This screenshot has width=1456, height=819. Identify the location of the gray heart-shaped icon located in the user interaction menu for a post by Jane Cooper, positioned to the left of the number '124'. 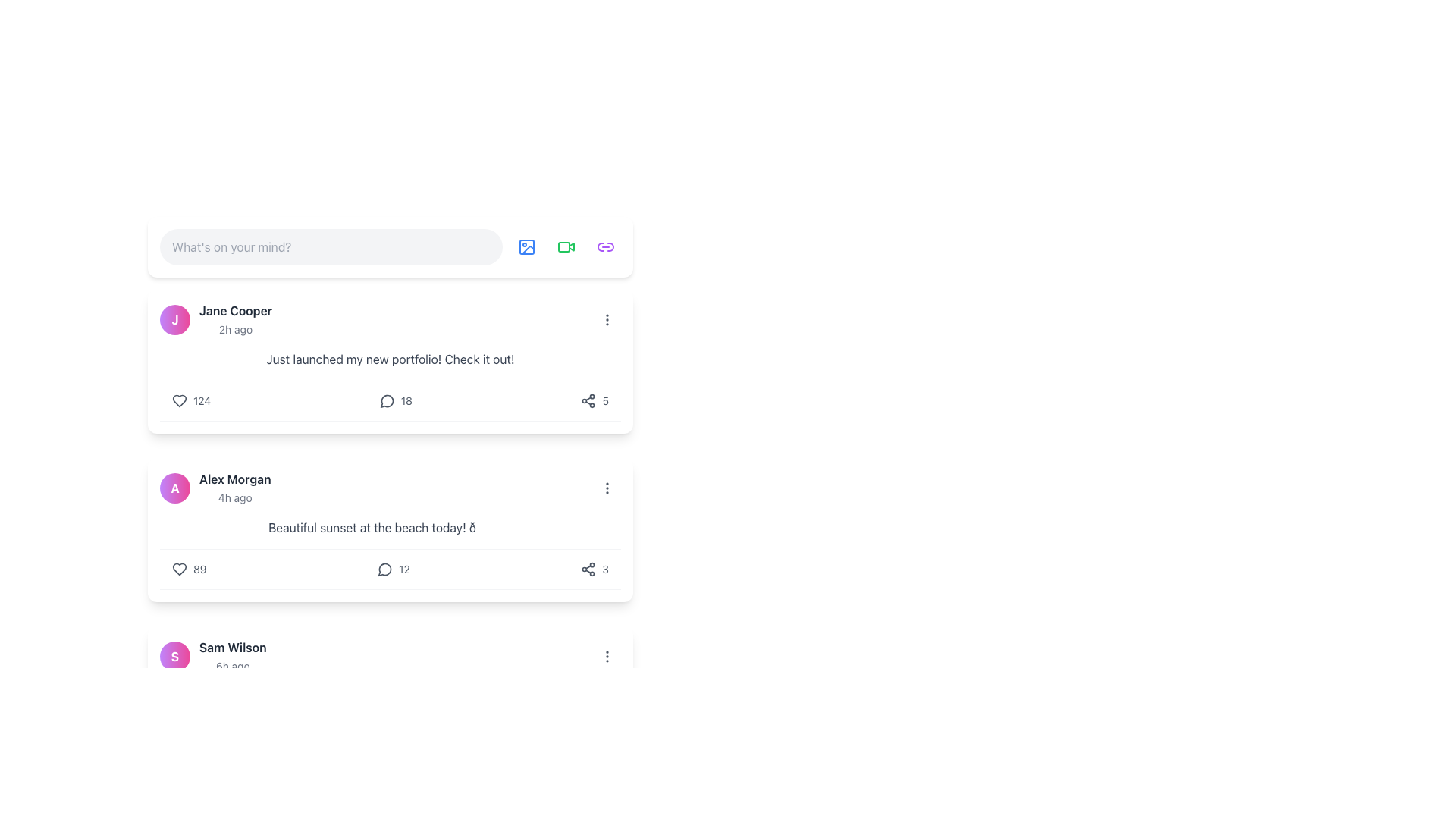
(179, 400).